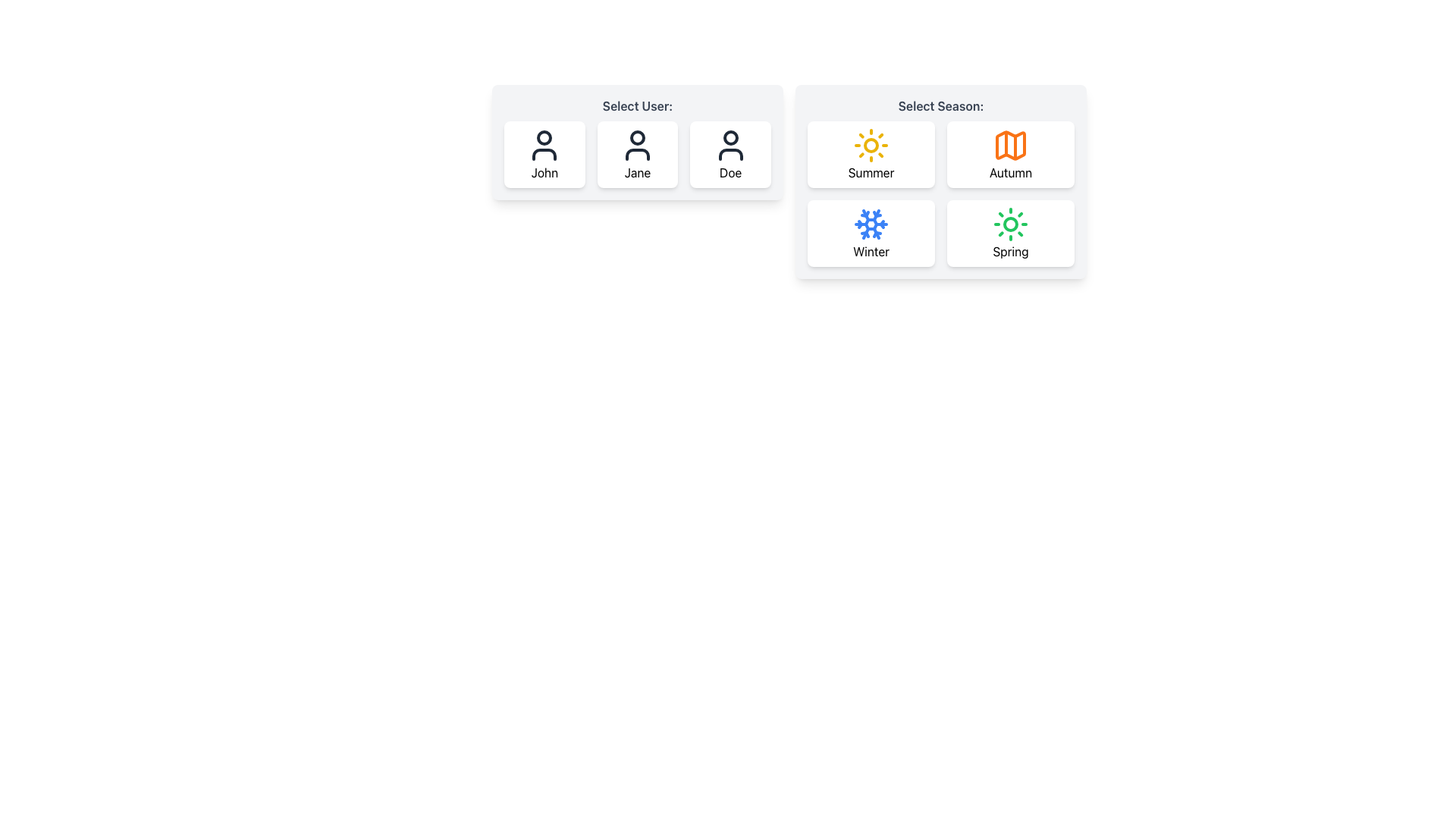 This screenshot has width=1456, height=819. I want to click on the 'John' user selection icon located in the 'Select User:' section, positioned at the top-center of the 'John' selection card, directly above the text label 'John', so click(544, 146).